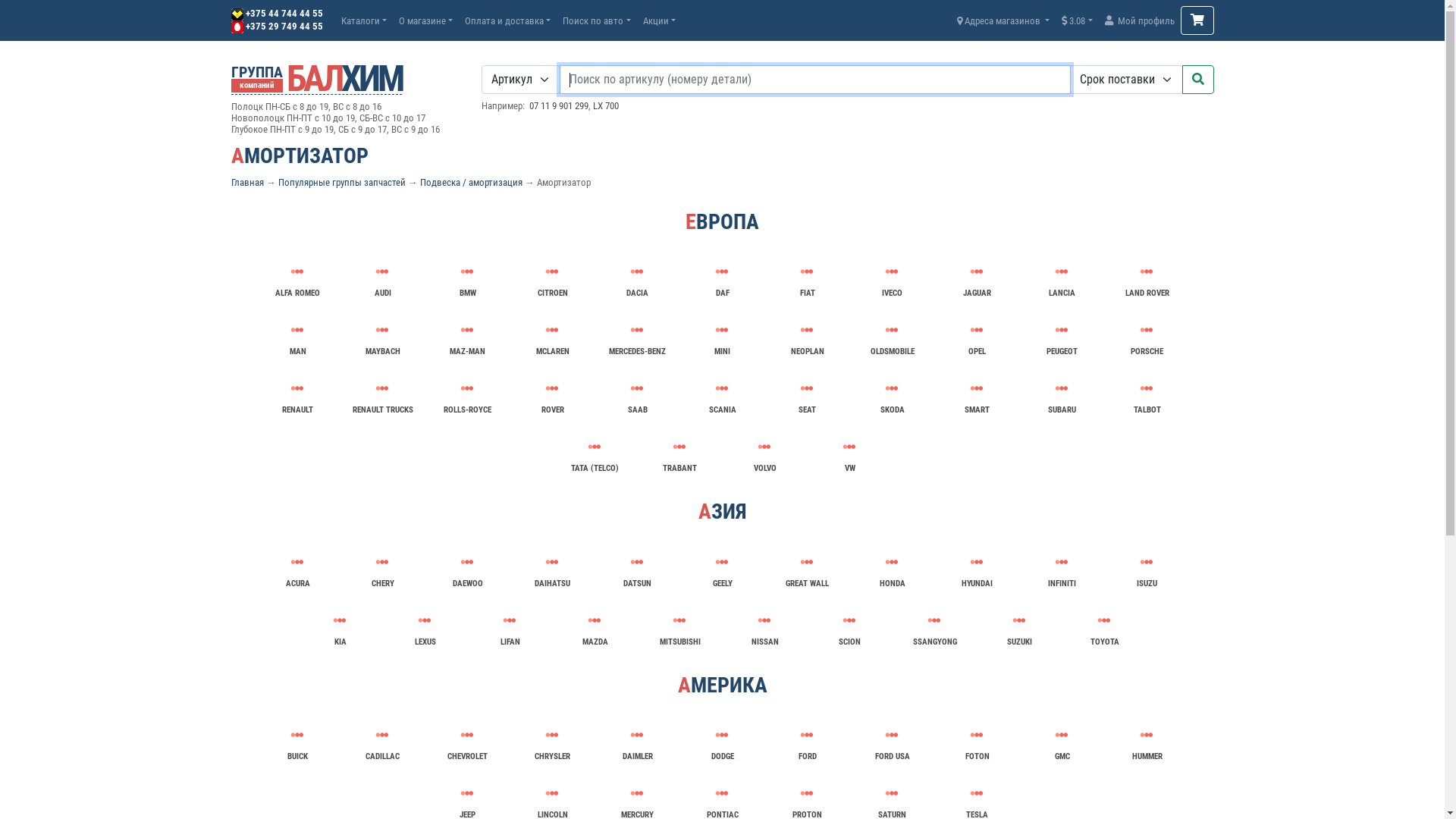 The width and height of the screenshot is (1456, 819). I want to click on 'VOLVO', so click(764, 446).